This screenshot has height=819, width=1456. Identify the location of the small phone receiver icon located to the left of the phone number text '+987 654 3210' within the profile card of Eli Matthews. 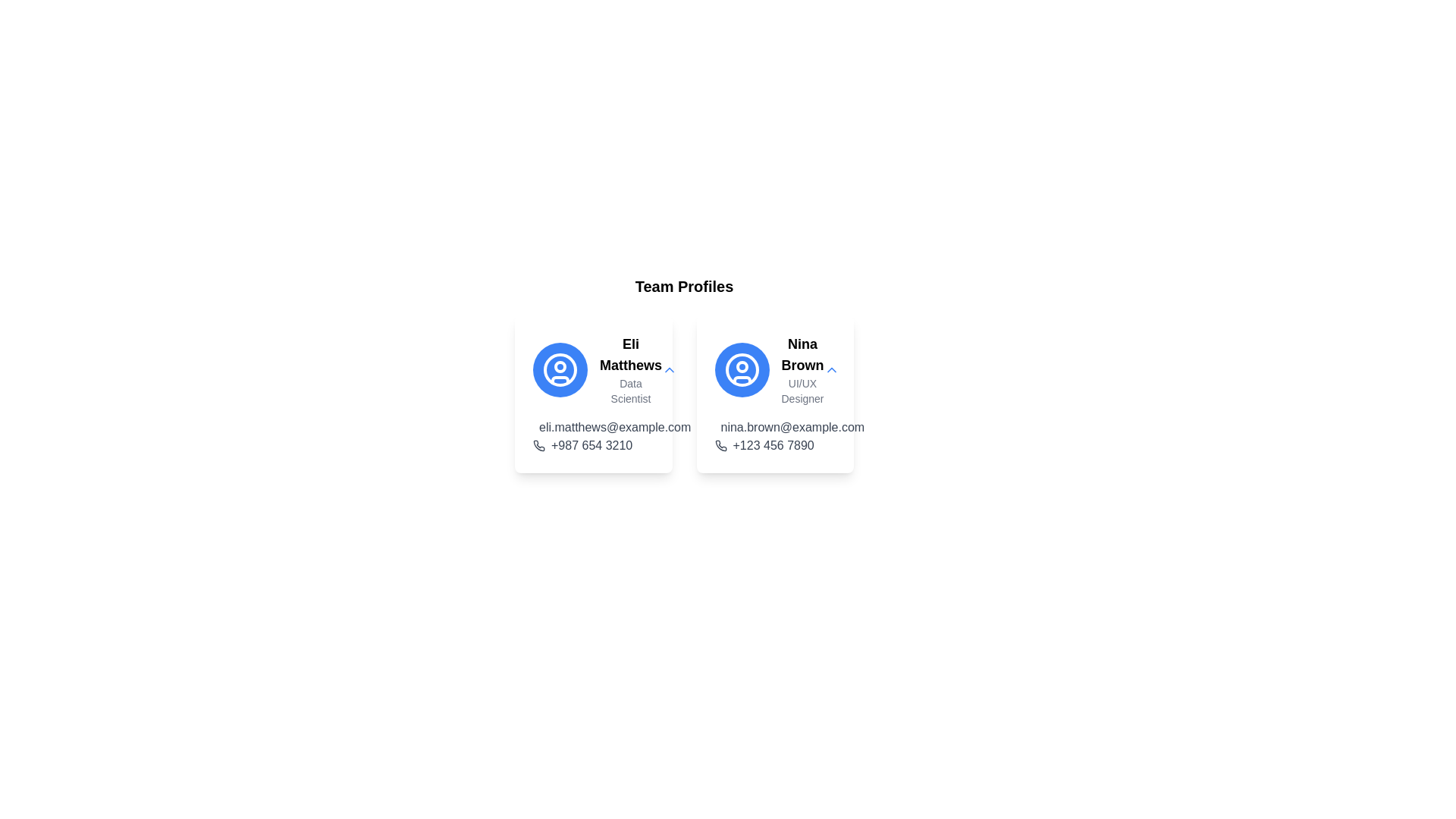
(538, 444).